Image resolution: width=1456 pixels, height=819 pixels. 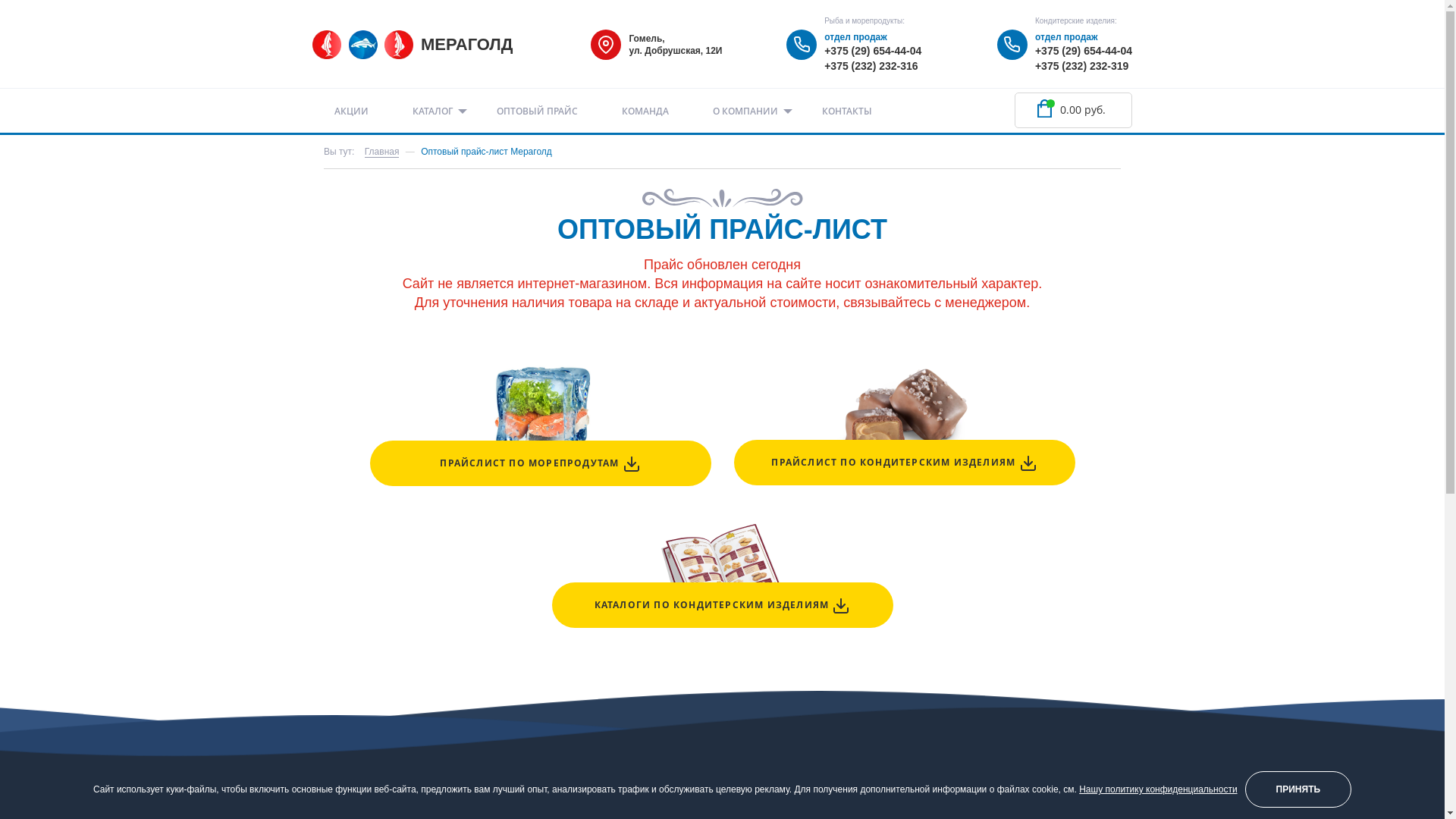 I want to click on '+375 (232) 232-316', so click(x=871, y=65).